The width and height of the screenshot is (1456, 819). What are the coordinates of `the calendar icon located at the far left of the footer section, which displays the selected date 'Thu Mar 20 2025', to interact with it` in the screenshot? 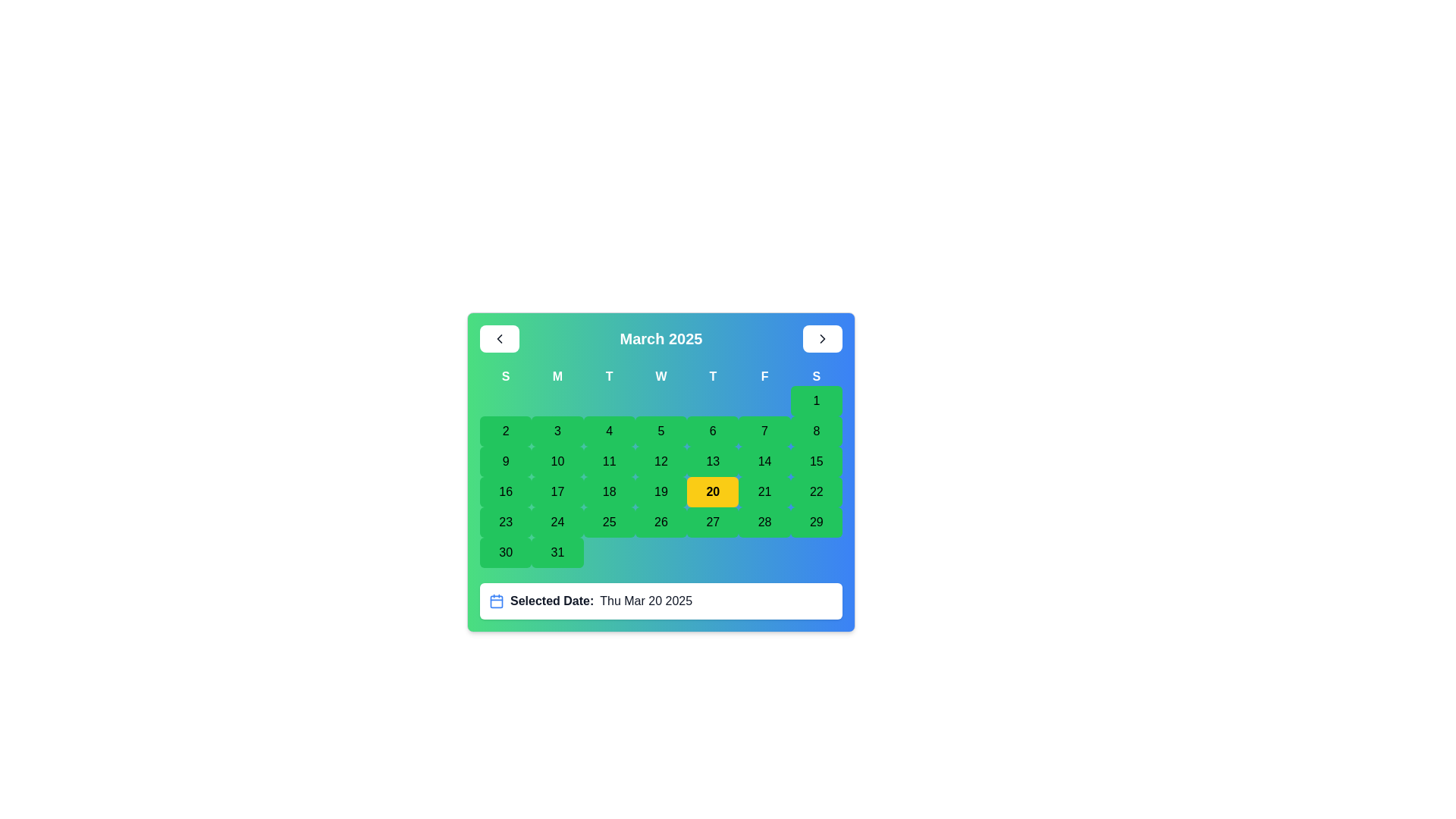 It's located at (496, 601).